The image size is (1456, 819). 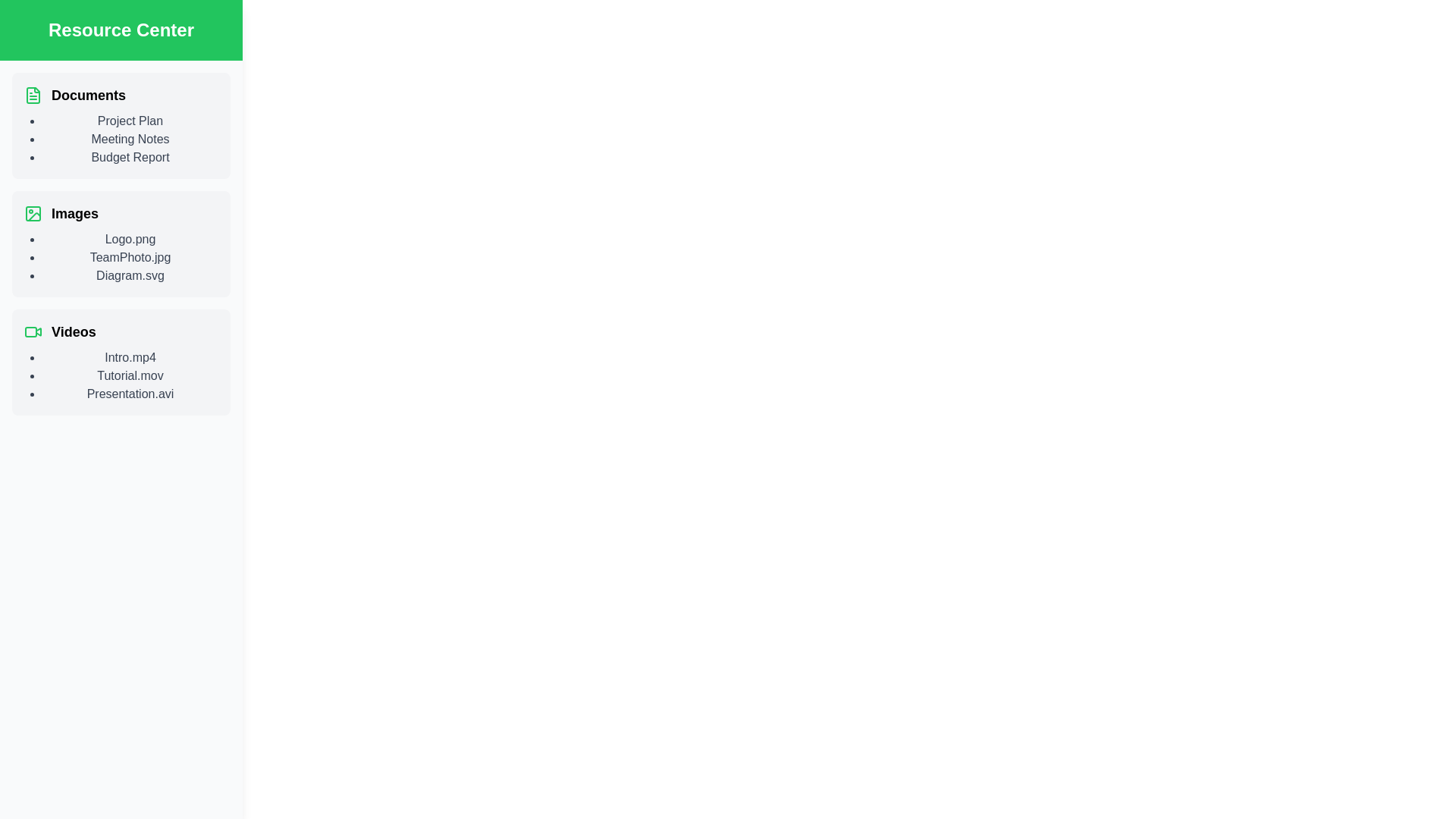 What do you see at coordinates (120, 213) in the screenshot?
I see `the category labeled Images to view its details` at bounding box center [120, 213].